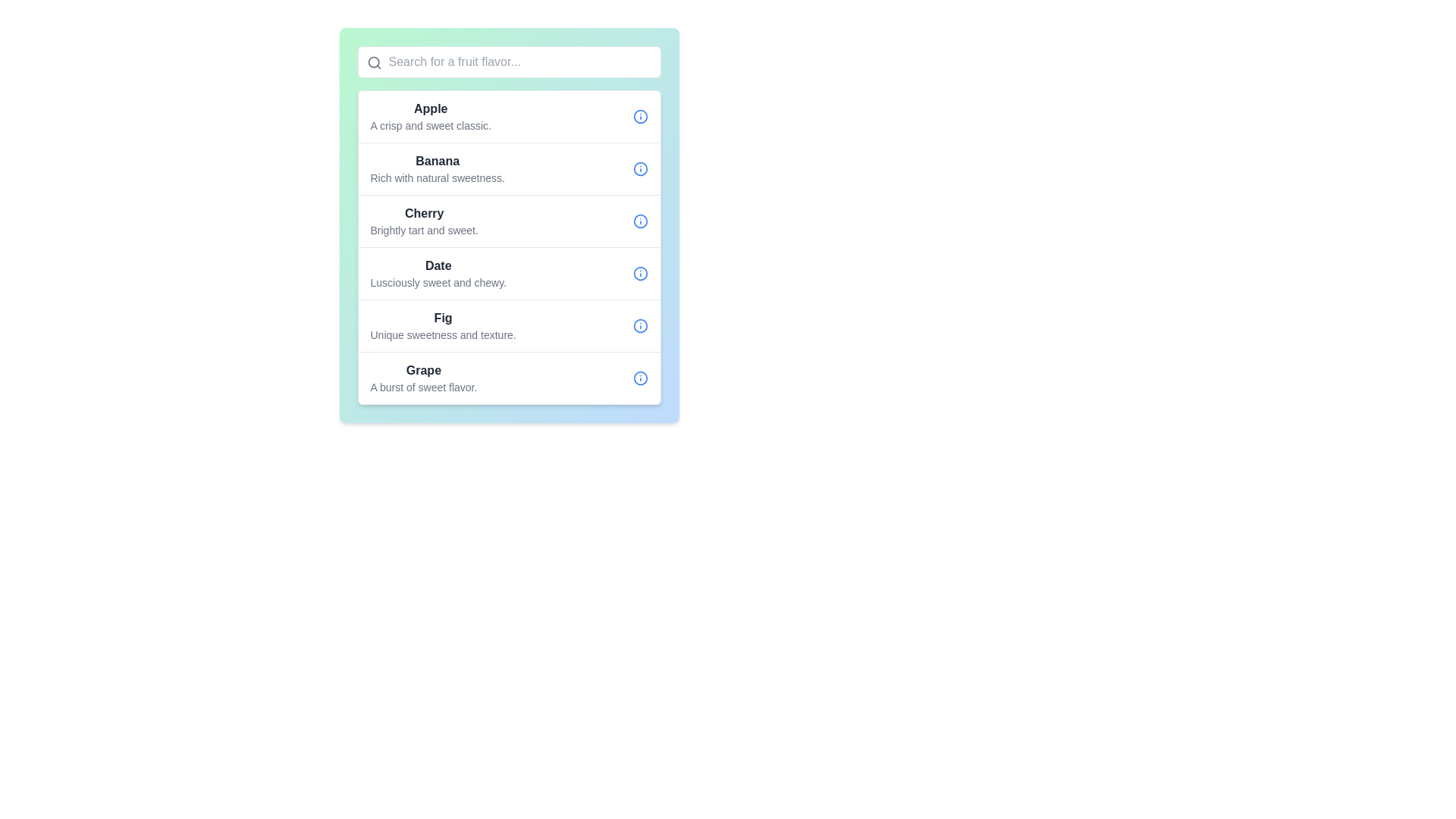  What do you see at coordinates (423, 371) in the screenshot?
I see `the bold dark gray text element displaying 'Grape', which is positioned at the top of the entry for 'Grape' in the list` at bounding box center [423, 371].